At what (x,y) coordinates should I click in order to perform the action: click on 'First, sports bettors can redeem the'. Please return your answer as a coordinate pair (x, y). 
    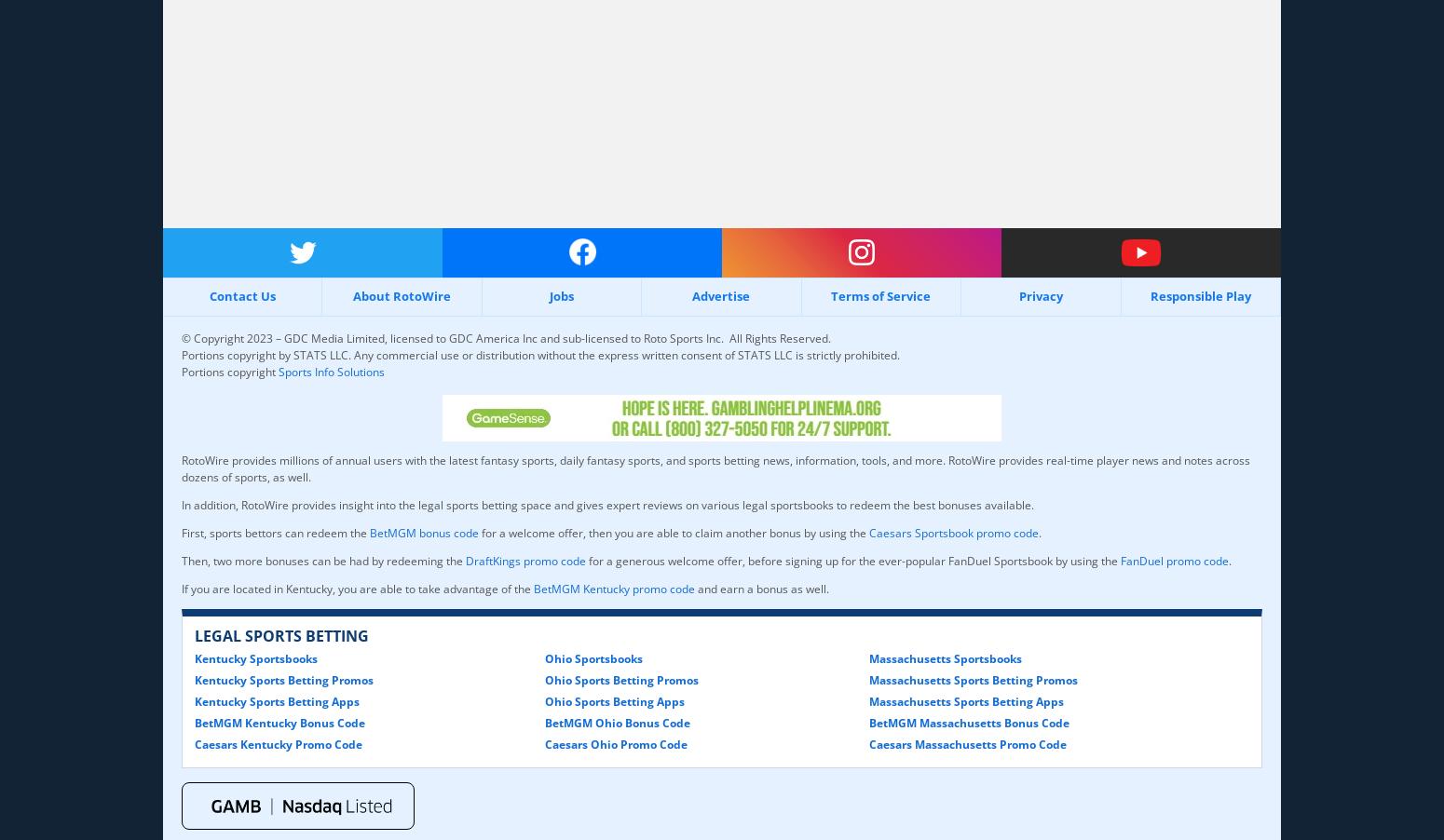
    Looking at the image, I should click on (180, 532).